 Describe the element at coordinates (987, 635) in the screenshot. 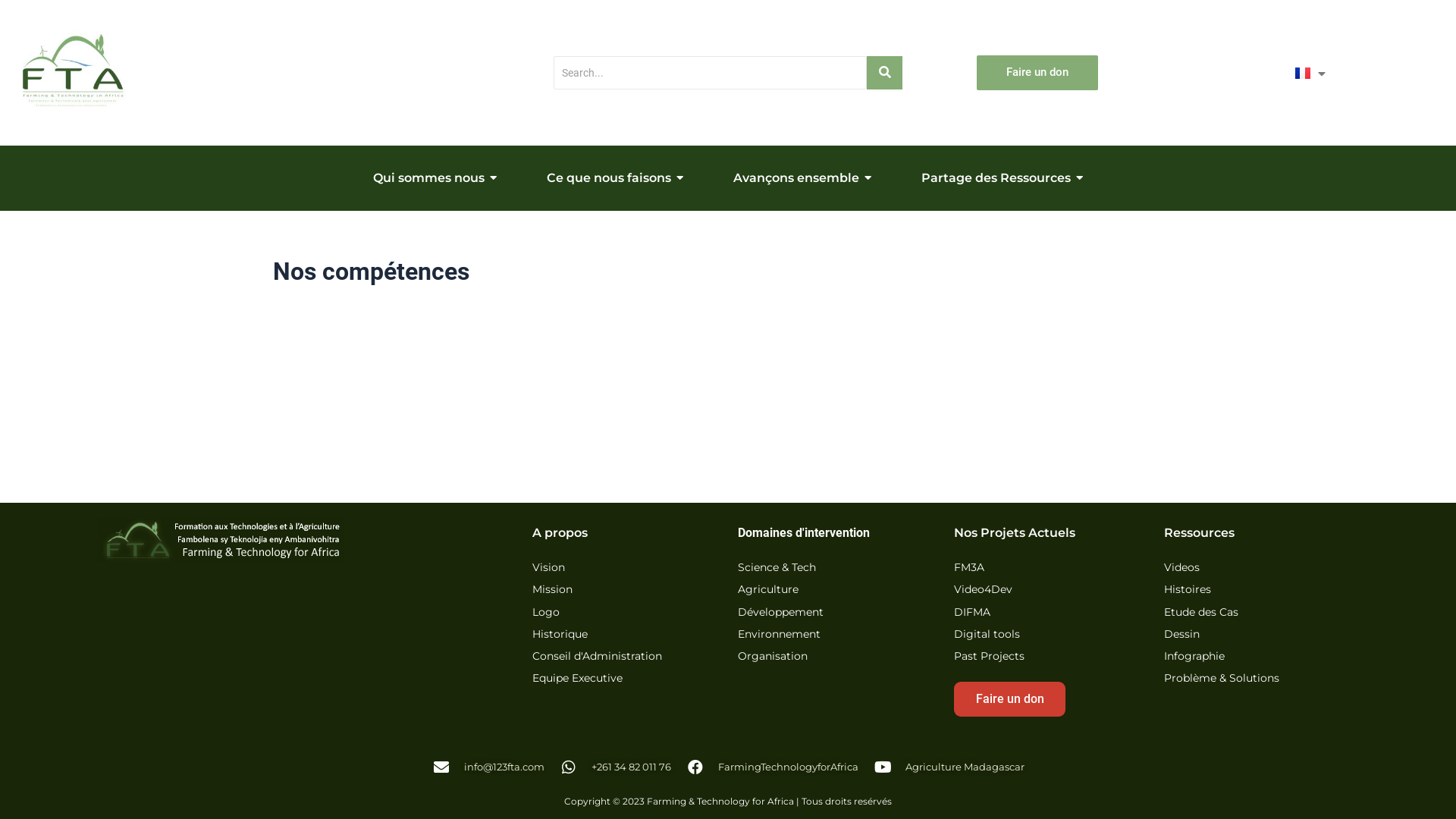

I see `'Digital tools'` at that location.